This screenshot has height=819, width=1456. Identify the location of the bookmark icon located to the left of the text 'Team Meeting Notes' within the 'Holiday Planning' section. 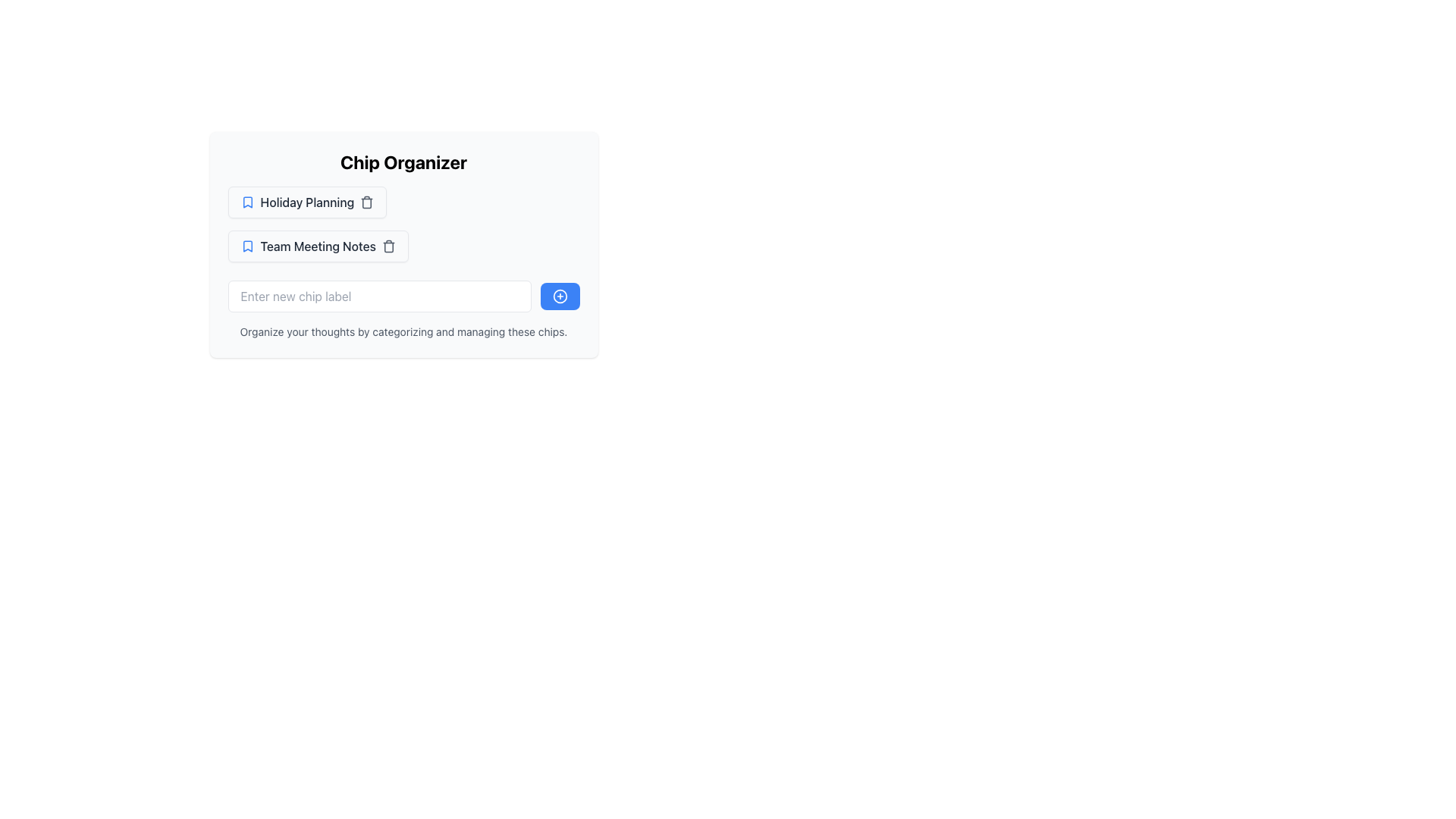
(247, 245).